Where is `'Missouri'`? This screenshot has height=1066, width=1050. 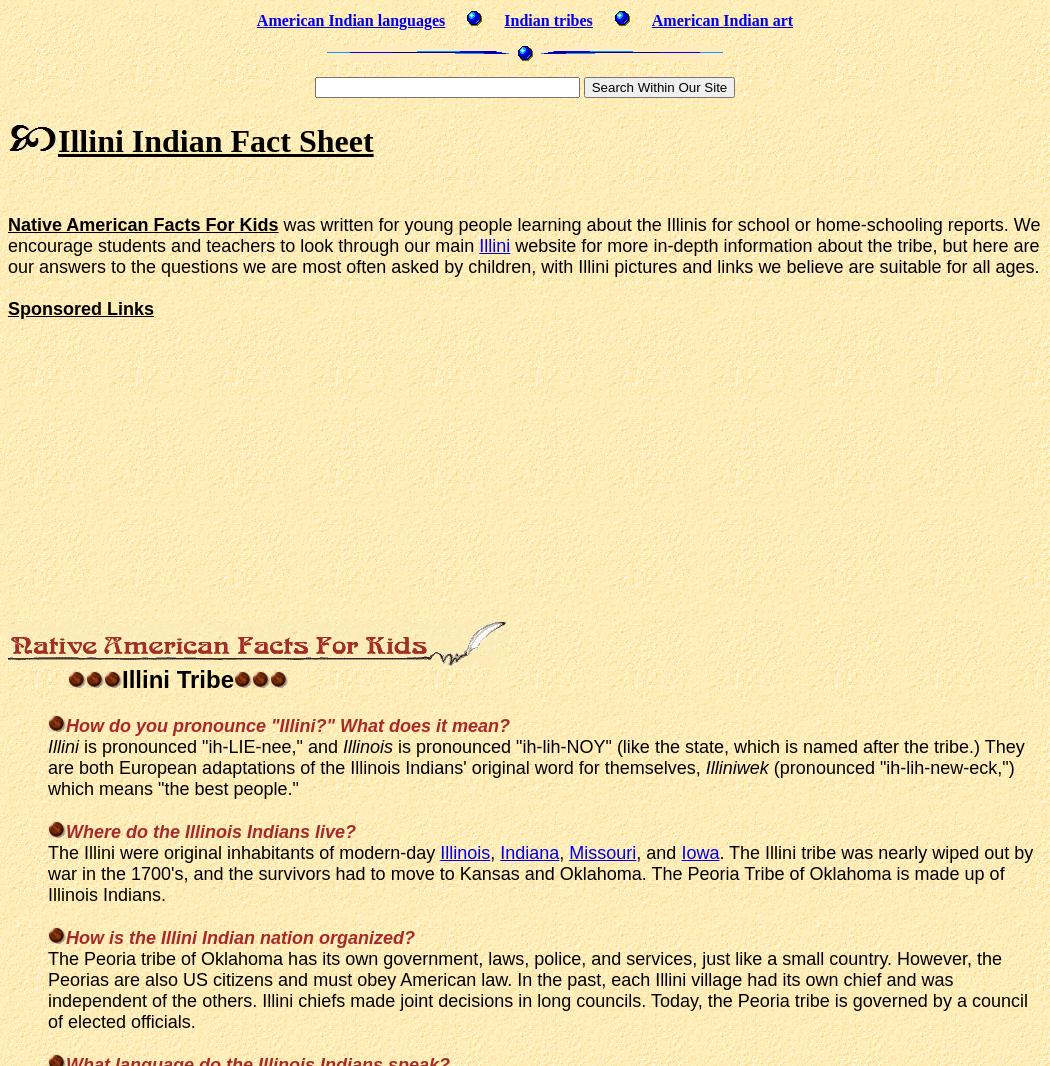 'Missouri' is located at coordinates (602, 851).